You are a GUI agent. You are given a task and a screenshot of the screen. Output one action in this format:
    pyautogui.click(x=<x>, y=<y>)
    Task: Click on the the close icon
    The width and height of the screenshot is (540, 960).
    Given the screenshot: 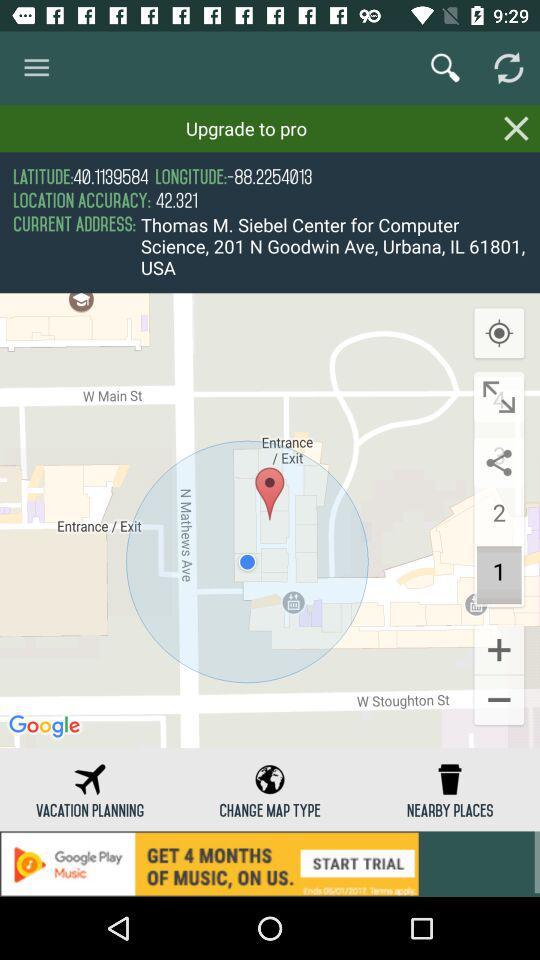 What is the action you would take?
    pyautogui.click(x=516, y=127)
    